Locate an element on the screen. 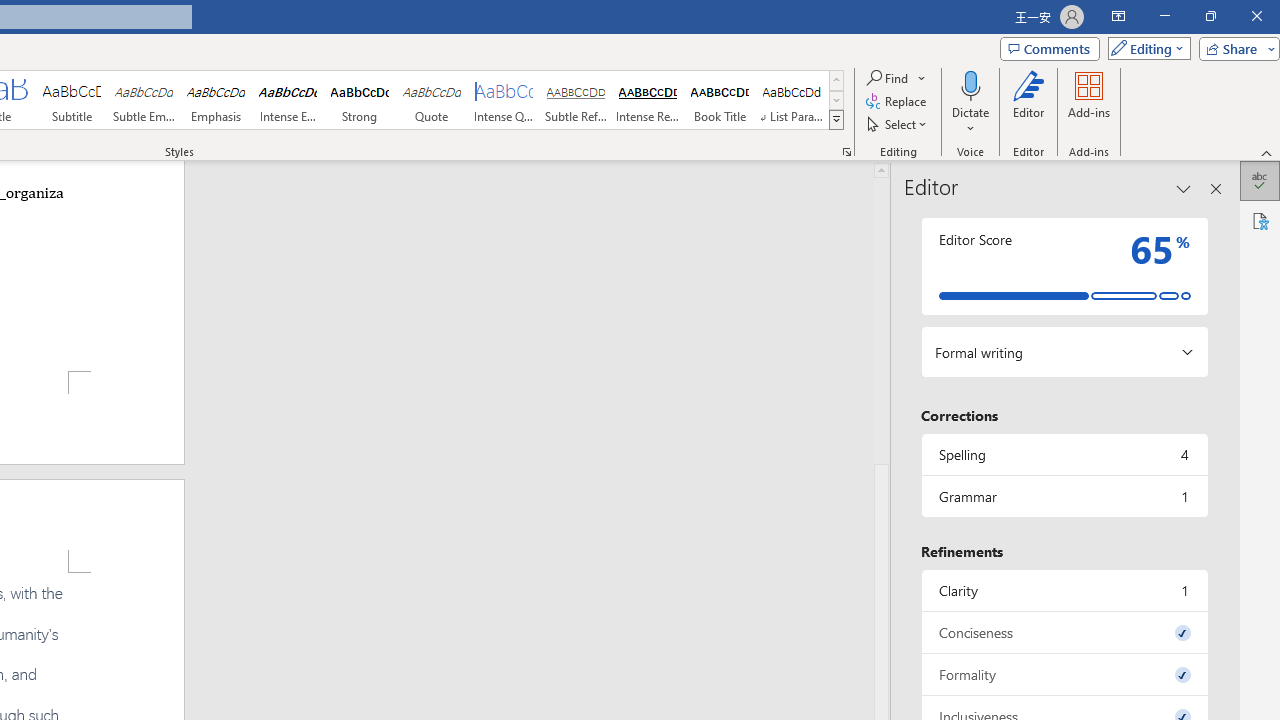 The image size is (1280, 720). 'Styles' is located at coordinates (836, 120).